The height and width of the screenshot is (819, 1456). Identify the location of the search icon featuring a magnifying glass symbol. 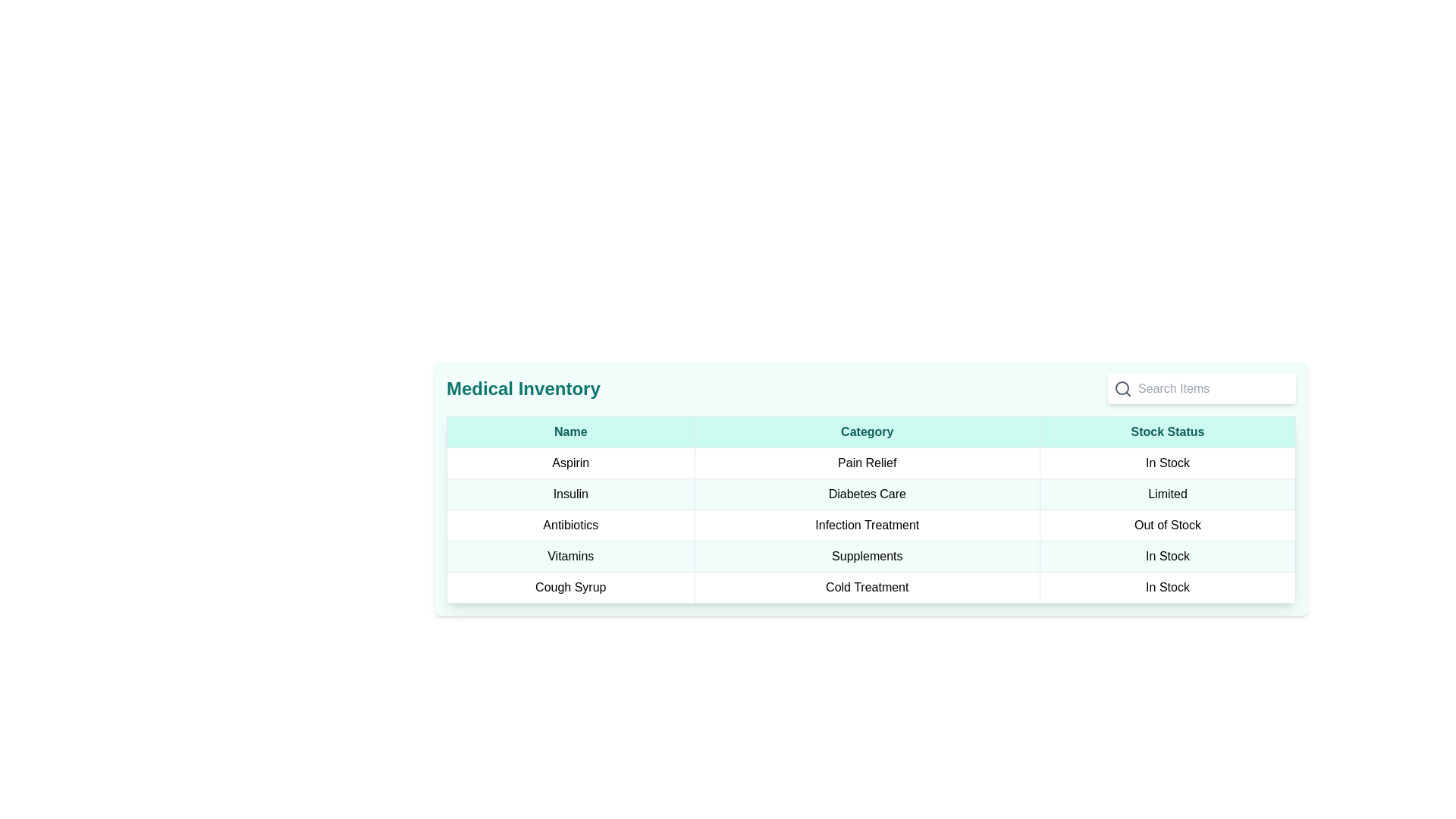
(1123, 388).